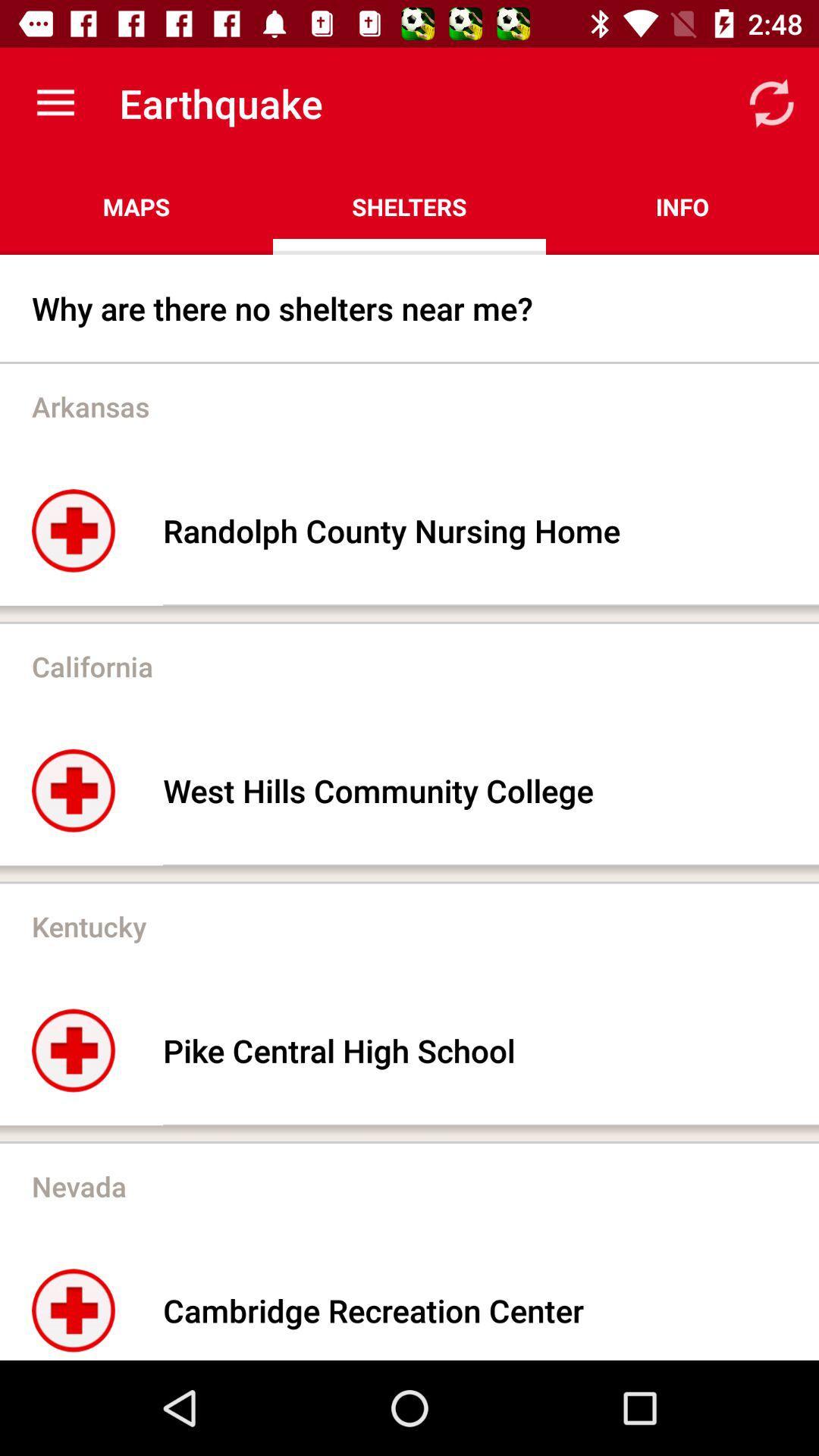 Image resolution: width=819 pixels, height=1456 pixels. I want to click on the item above the why are there item, so click(136, 206).